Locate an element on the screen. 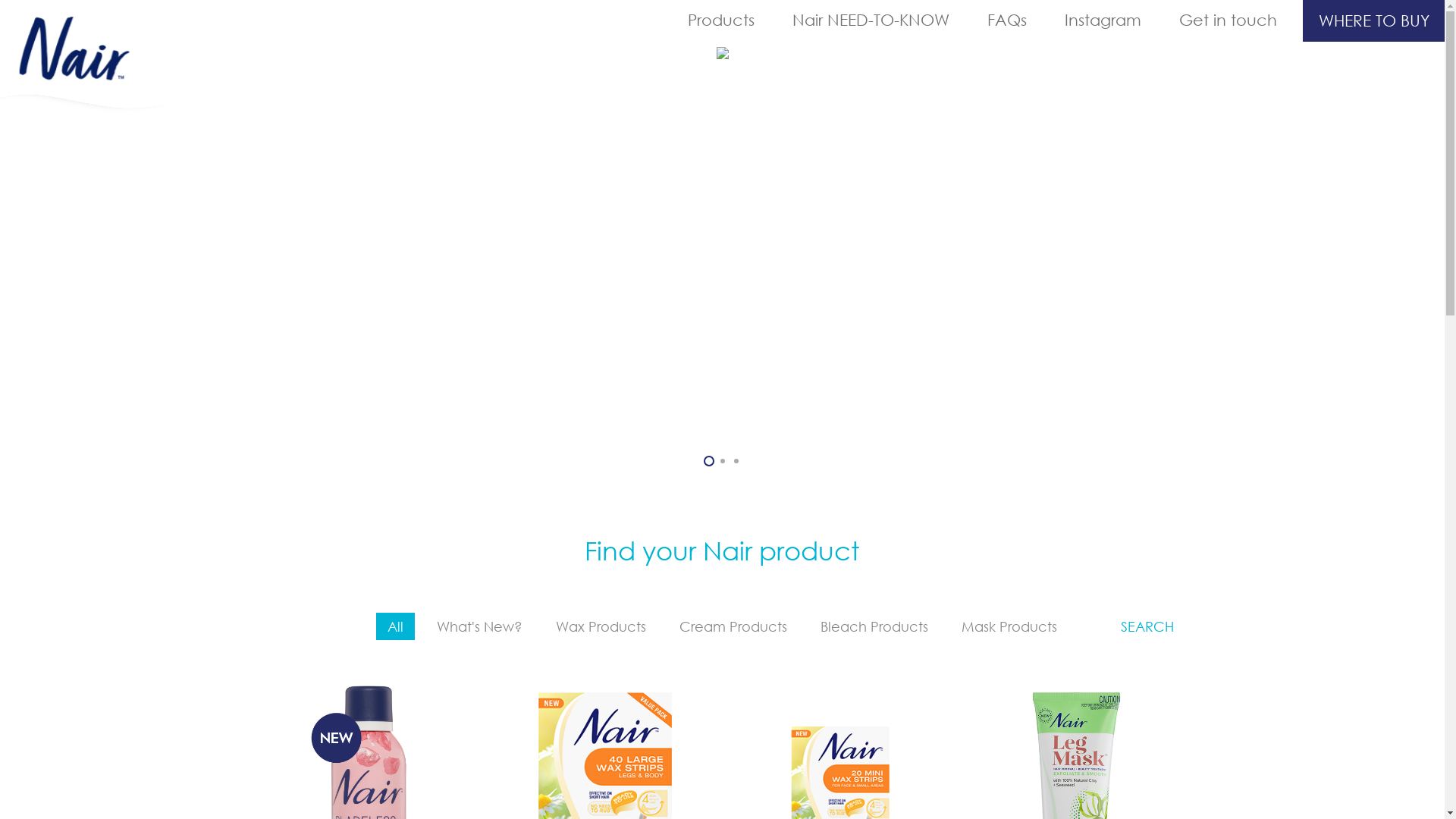  '3' is located at coordinates (736, 460).